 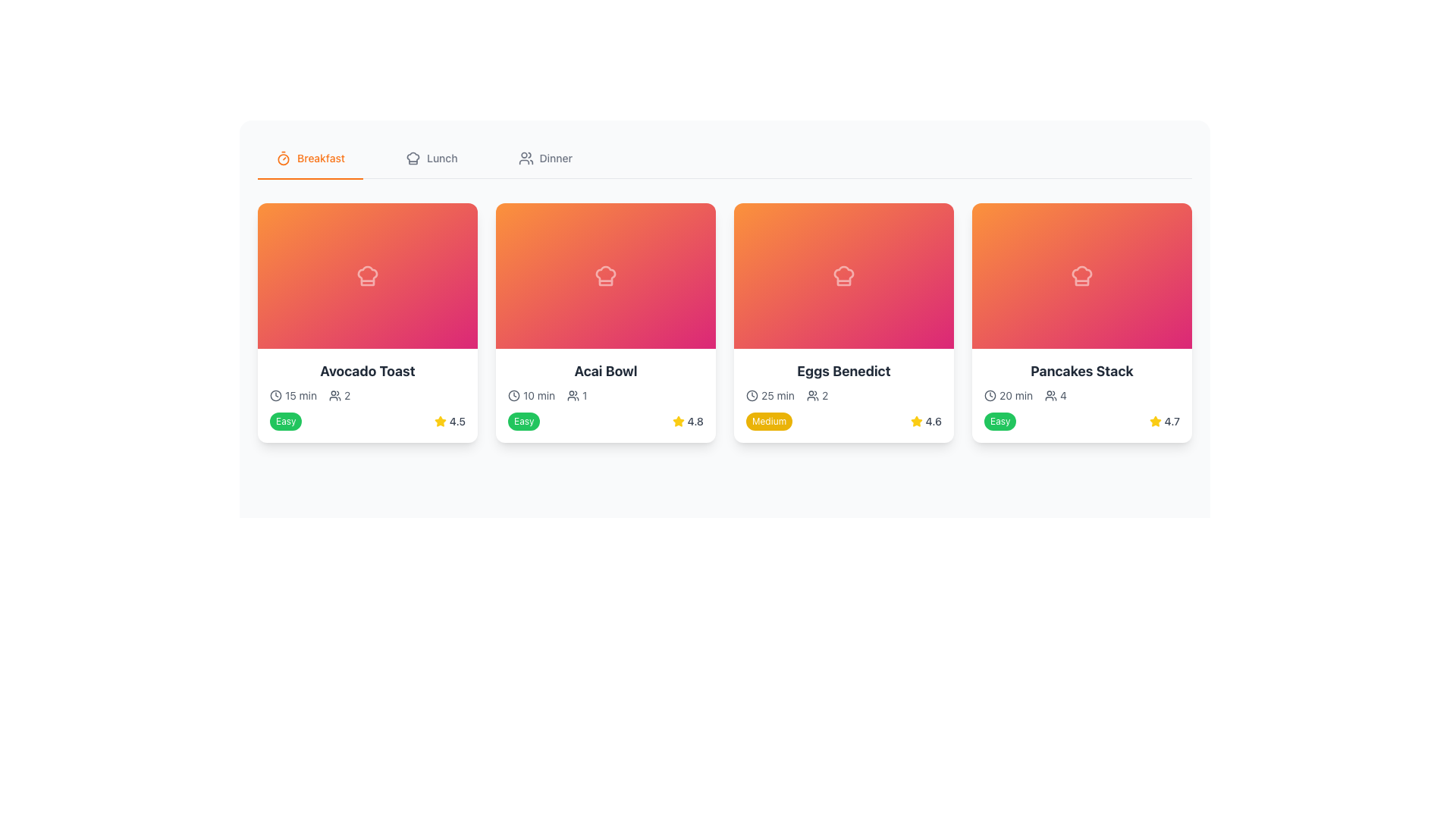 I want to click on the informational label displaying '20 min' in gray font, which is positioned to the right of the clock icon within the 'Pancakes Stack' recipe card, so click(x=1008, y=394).